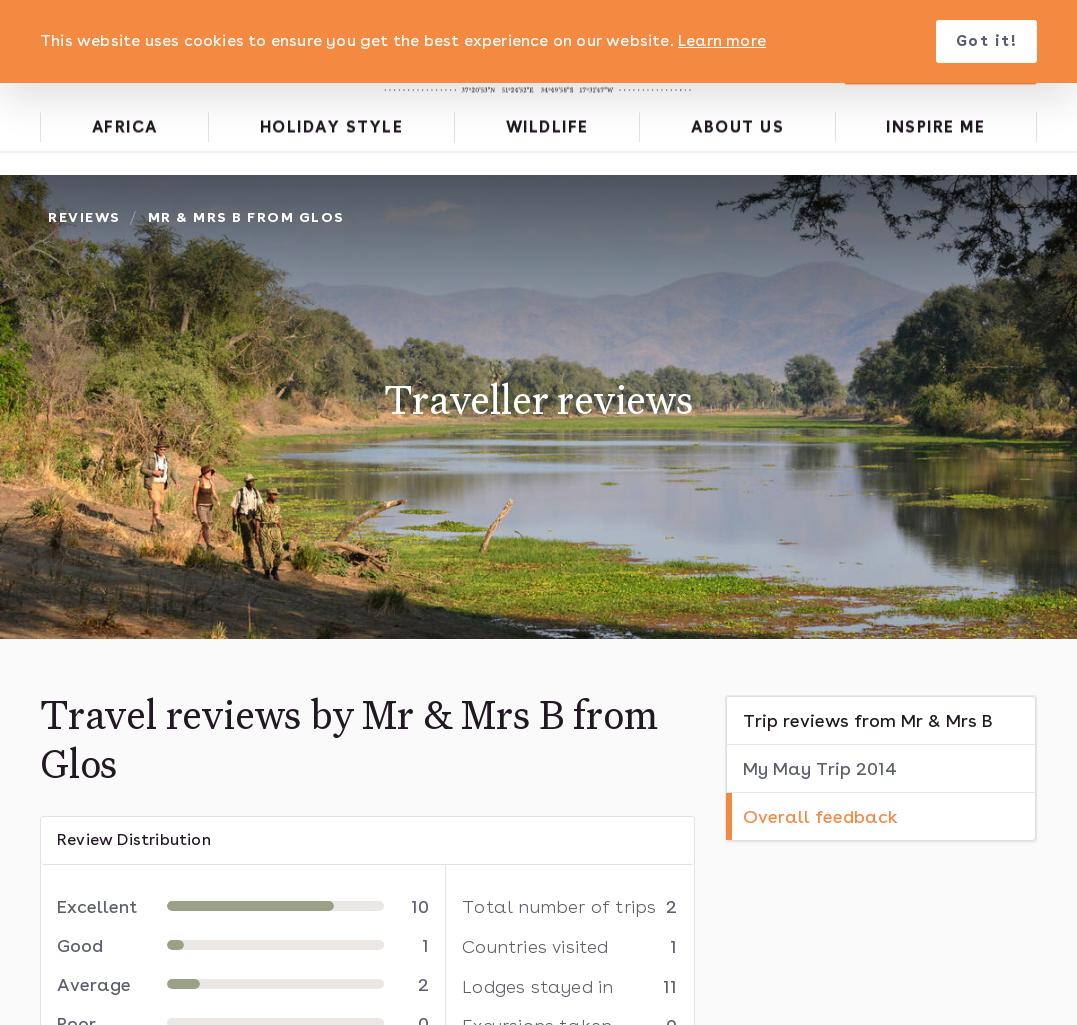 The height and width of the screenshot is (1025, 1077). What do you see at coordinates (347, 741) in the screenshot?
I see `'Travel reviews by Mr & Mrs B from Glos'` at bounding box center [347, 741].